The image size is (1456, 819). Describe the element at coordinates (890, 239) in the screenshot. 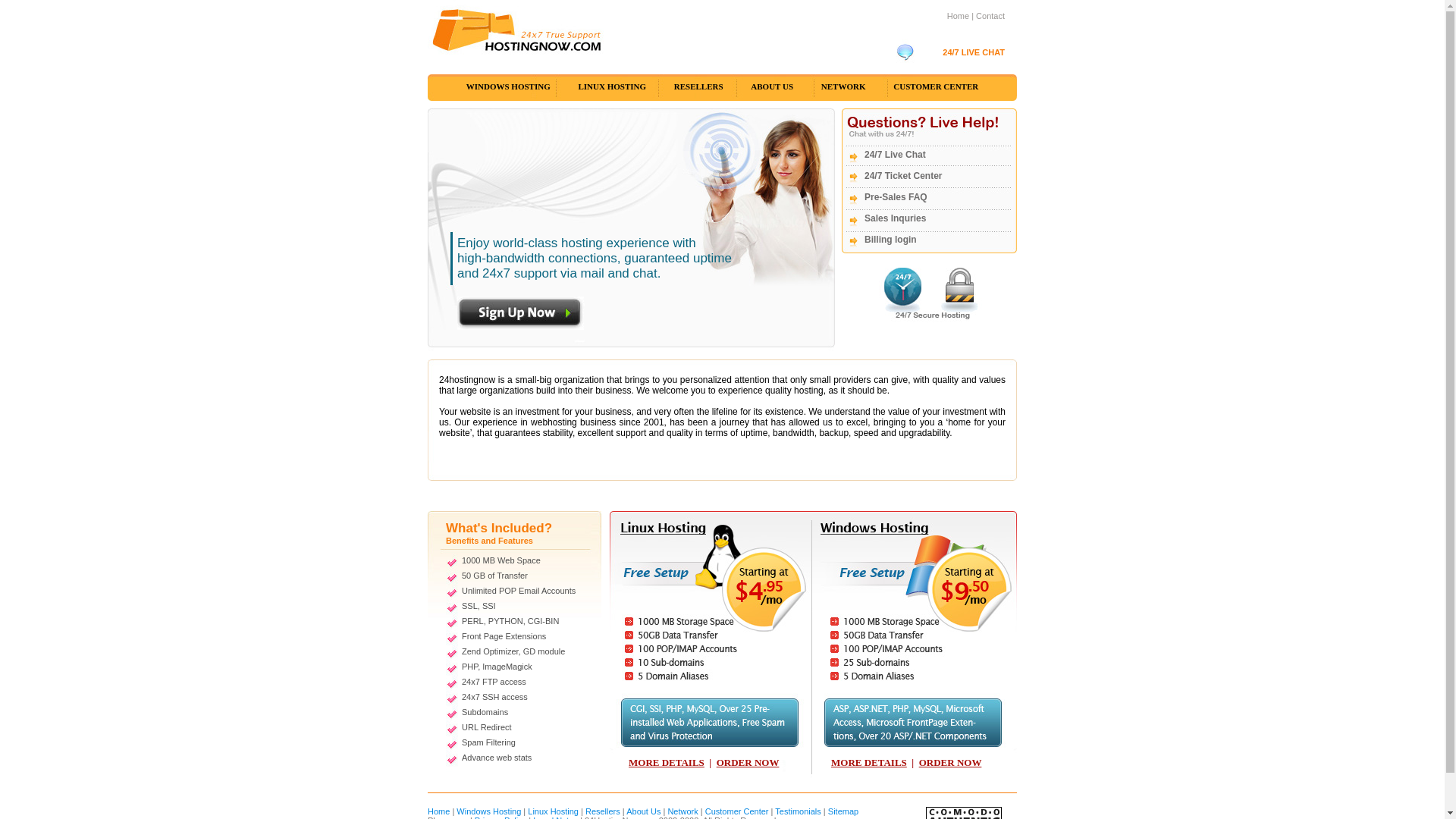

I see `'Billing login'` at that location.